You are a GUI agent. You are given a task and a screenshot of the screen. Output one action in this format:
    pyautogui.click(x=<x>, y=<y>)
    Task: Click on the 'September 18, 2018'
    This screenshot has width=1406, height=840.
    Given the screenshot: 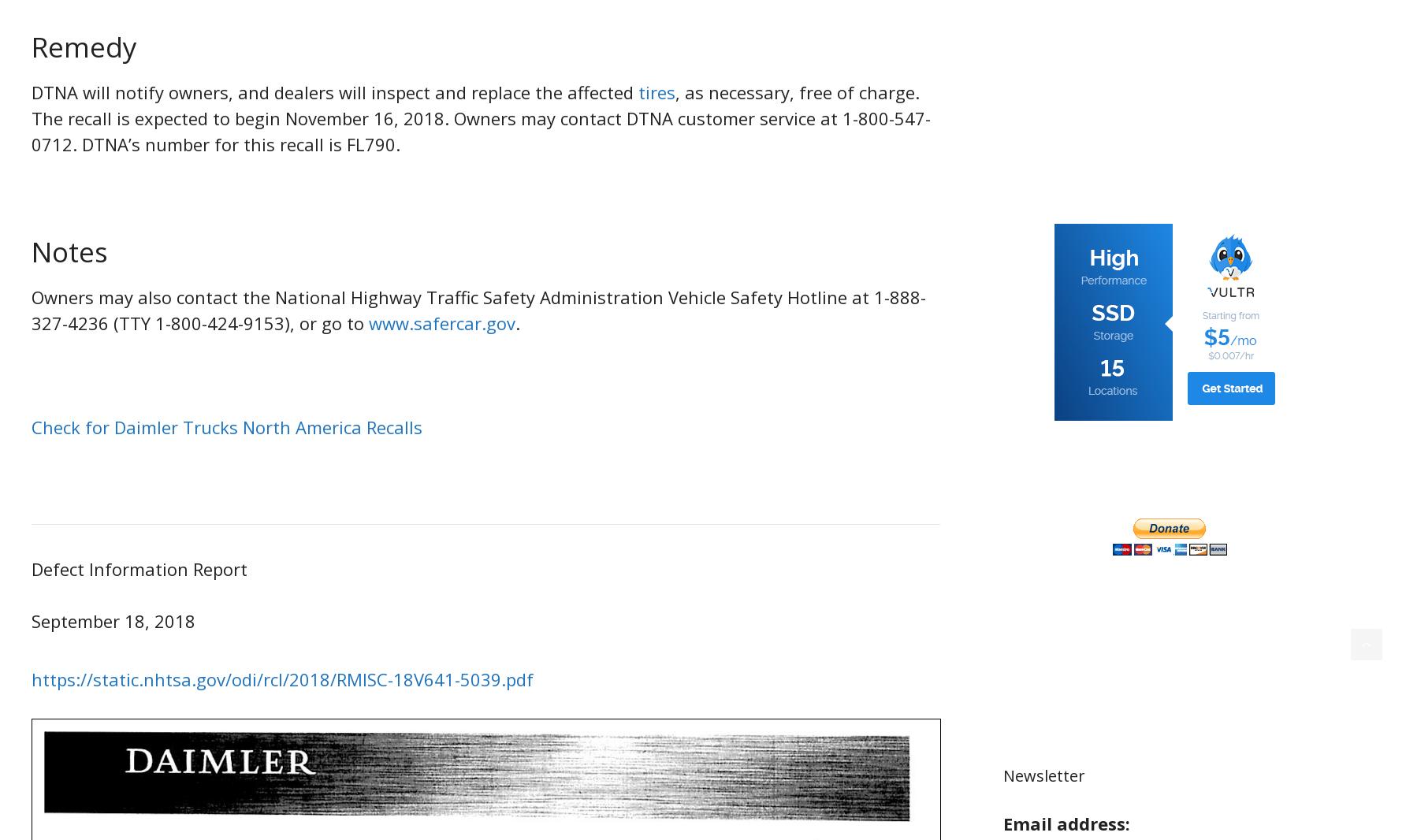 What is the action you would take?
    pyautogui.click(x=112, y=619)
    